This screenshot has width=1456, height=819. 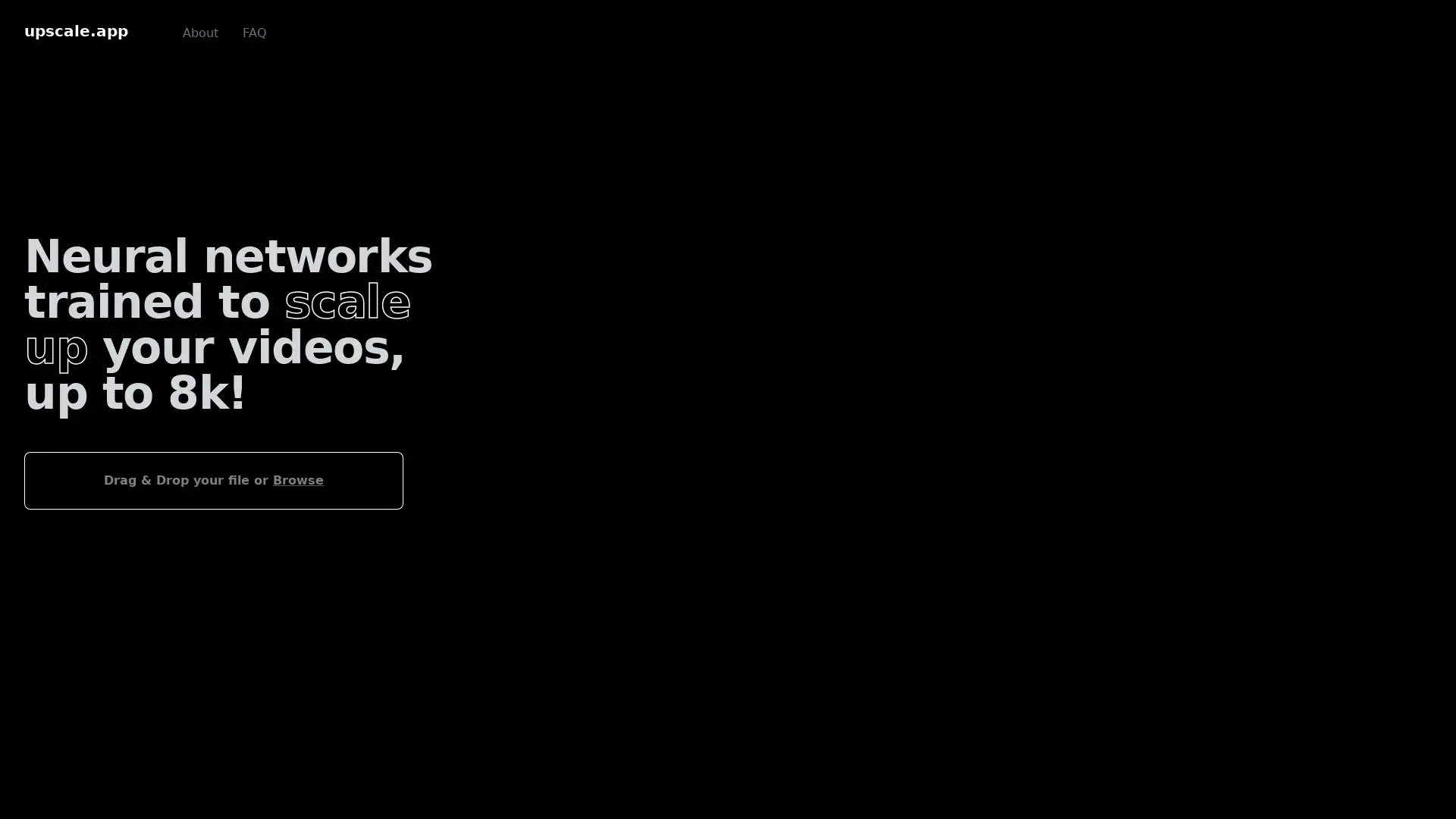 I want to click on Drag & Drop your file or Browse, so click(x=213, y=453).